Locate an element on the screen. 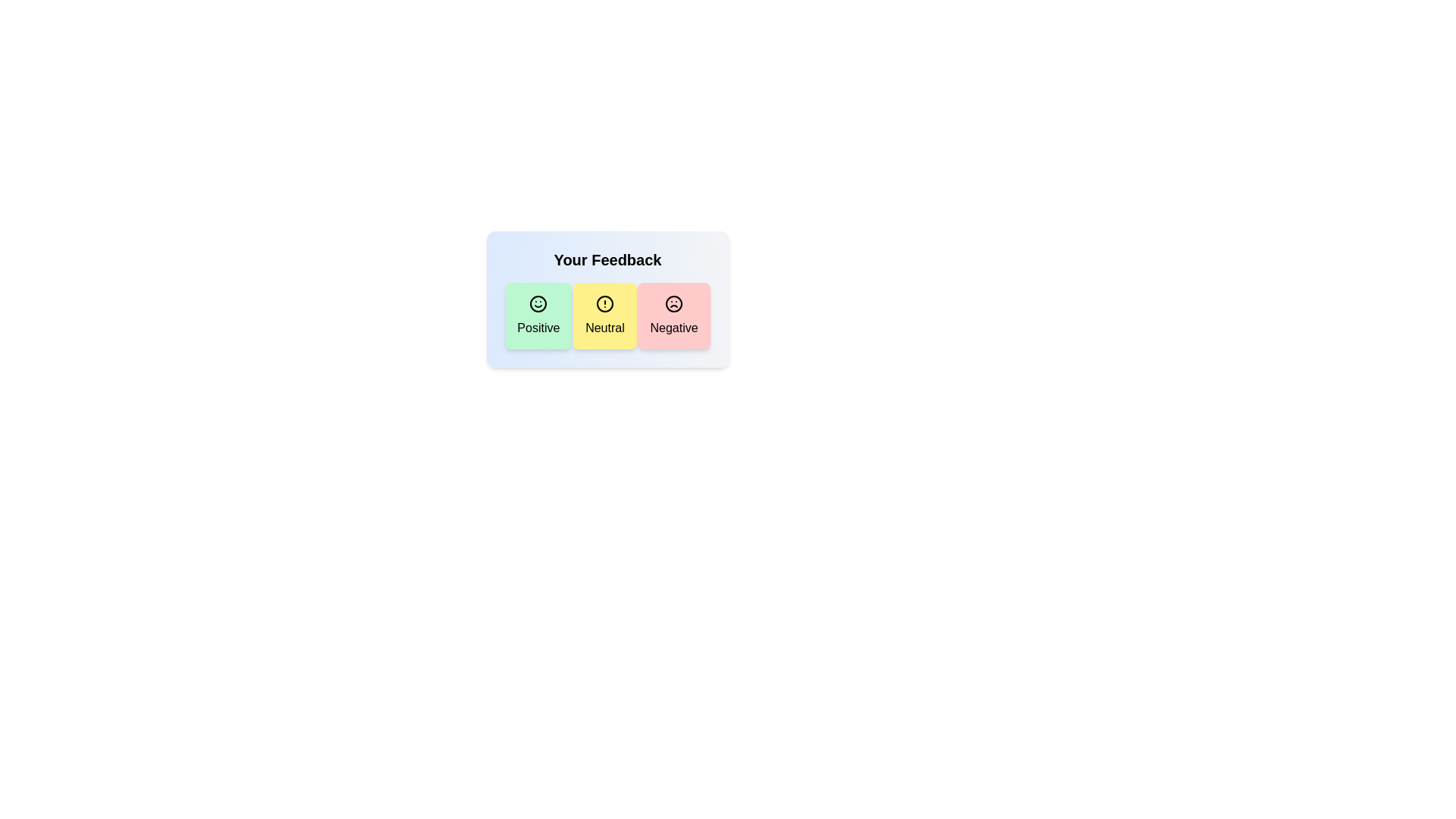 This screenshot has height=819, width=1456. the positive feedback text label, which is the first button in the sentiment feedback group, located to the left of the 'Neutral' and 'Negative' buttons is located at coordinates (538, 327).